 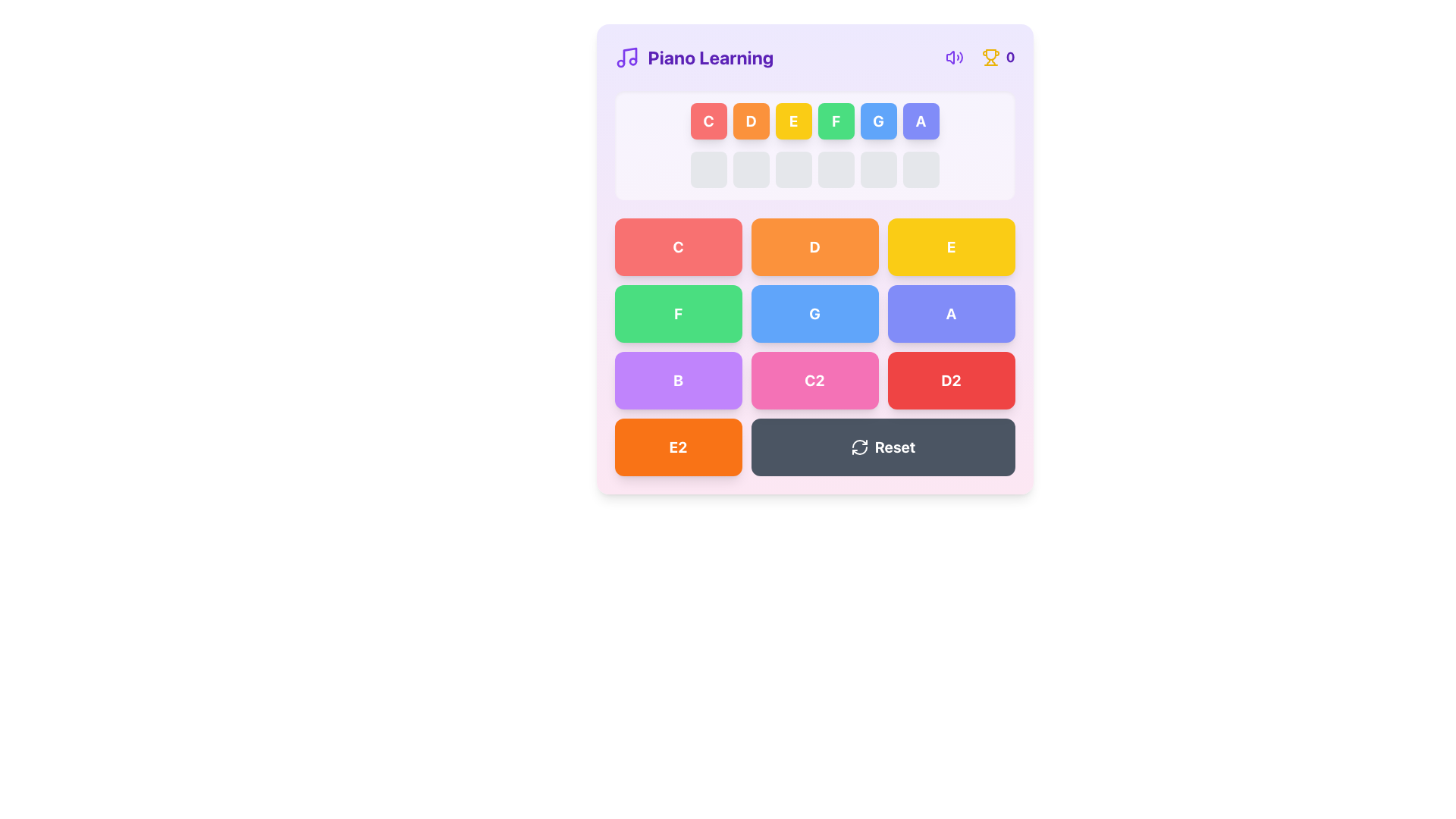 I want to click on the 'E' text label inside the yellow button, which is the fifth button from the left in the horizontal sequence, to associate it with the corresponding piano key, so click(x=792, y=120).